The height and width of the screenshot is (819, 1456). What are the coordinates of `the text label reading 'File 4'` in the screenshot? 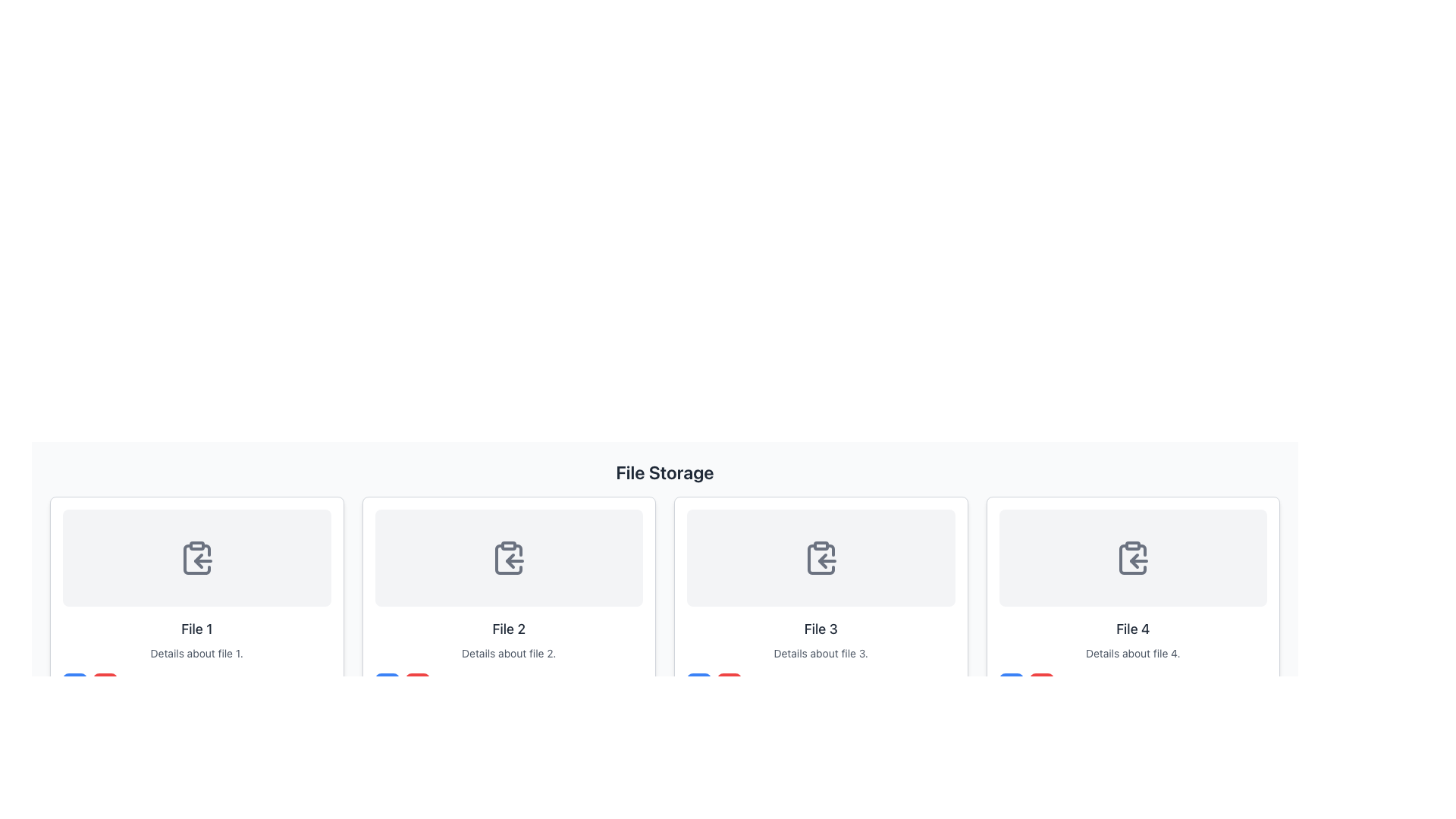 It's located at (1133, 629).